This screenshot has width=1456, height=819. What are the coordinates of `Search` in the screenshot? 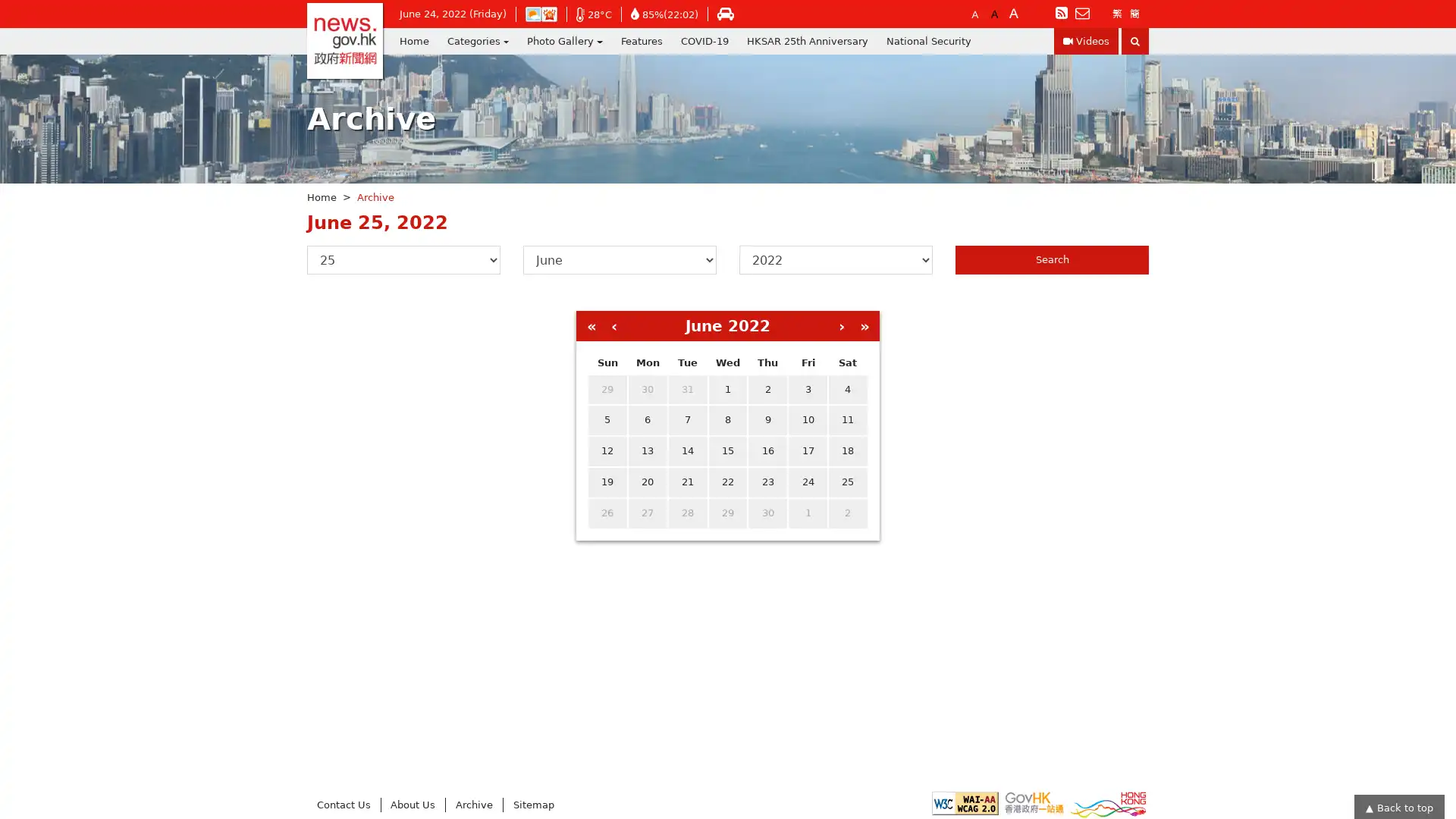 It's located at (1051, 259).